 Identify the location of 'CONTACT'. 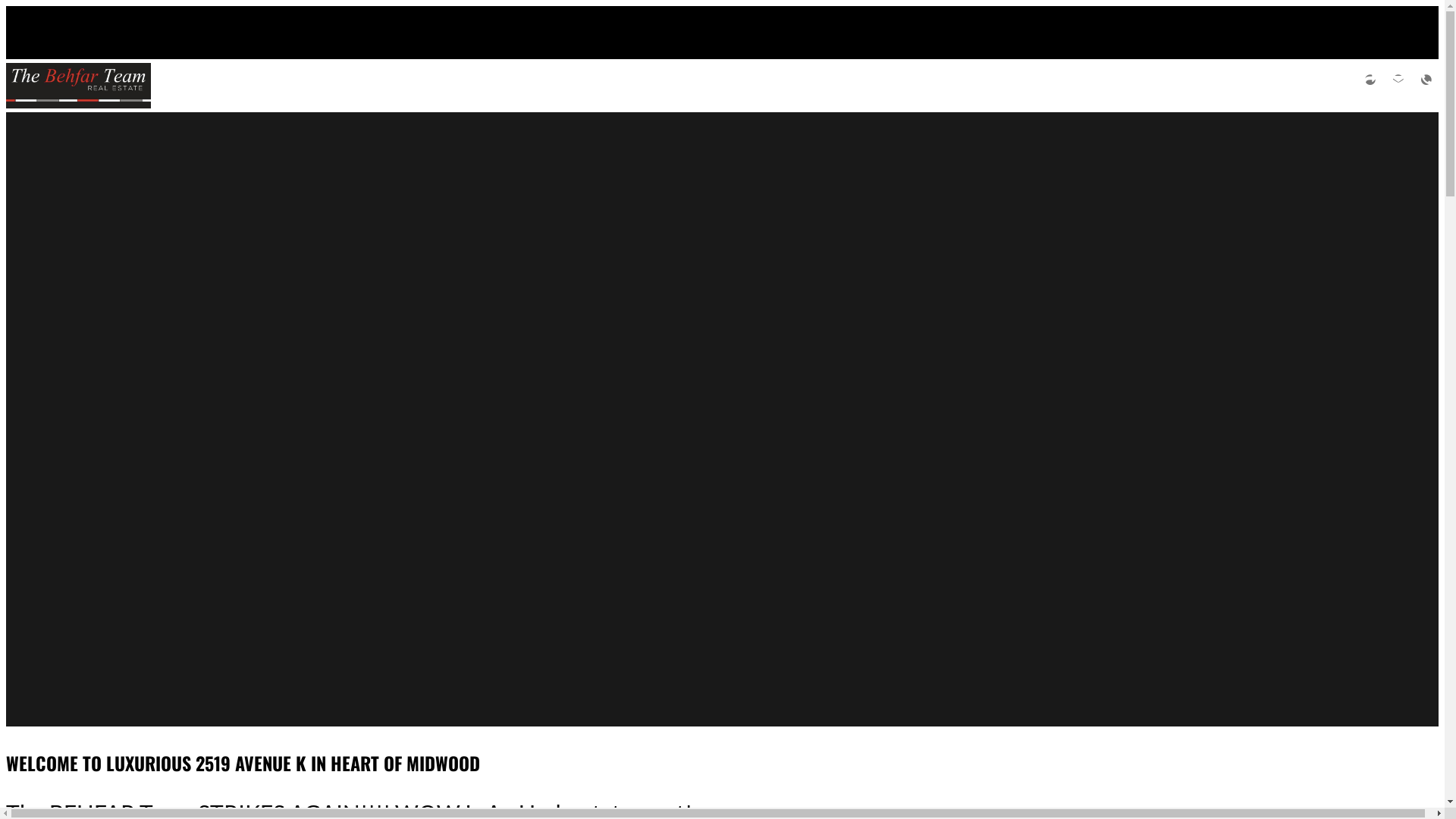
(1426, 85).